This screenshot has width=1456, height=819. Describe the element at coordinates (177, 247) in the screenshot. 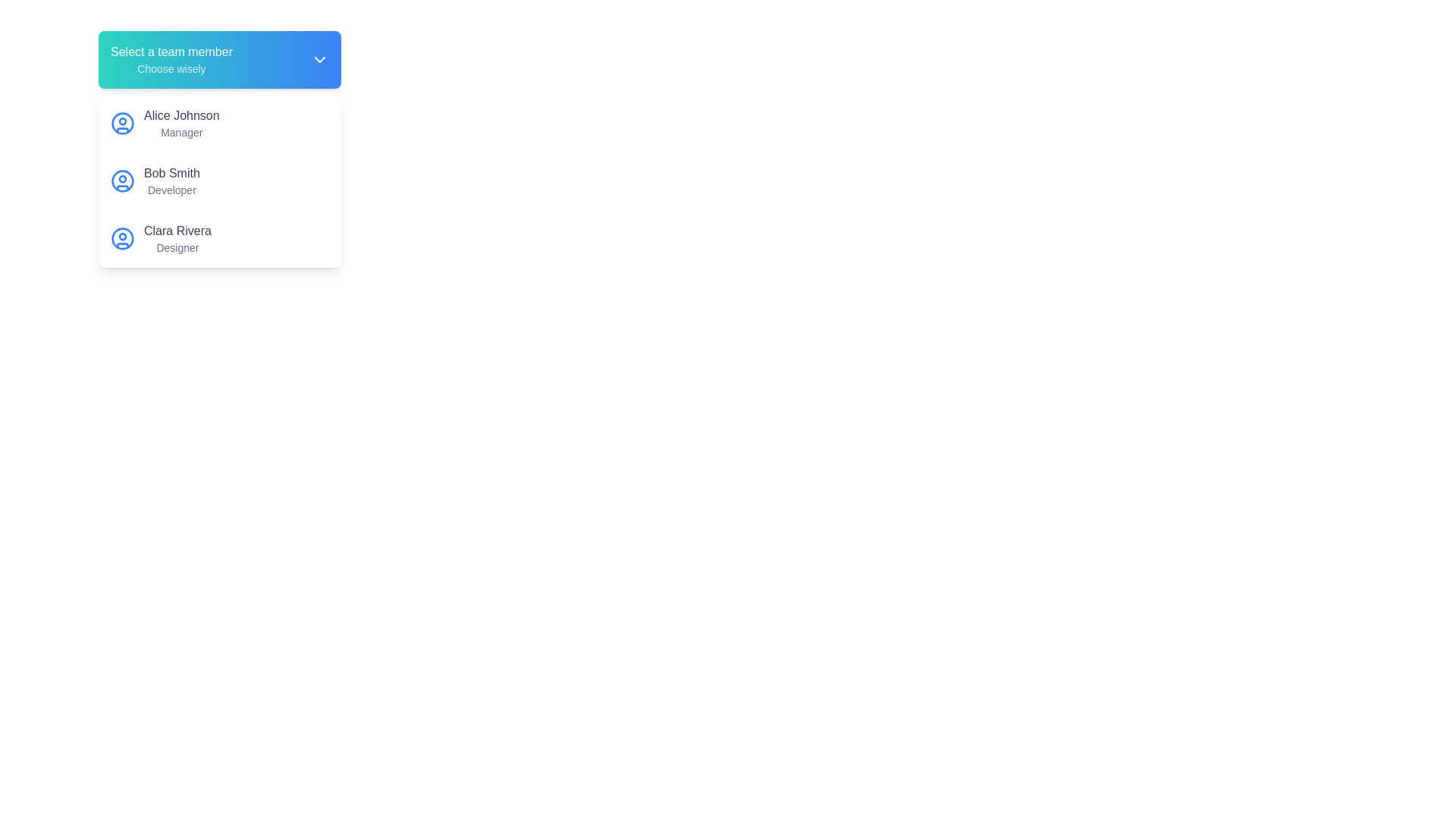

I see `the text label displaying 'Designer', which is styled in a smaller gray font and positioned directly beneath 'Clara Rivera' in the dropdown menu` at that location.